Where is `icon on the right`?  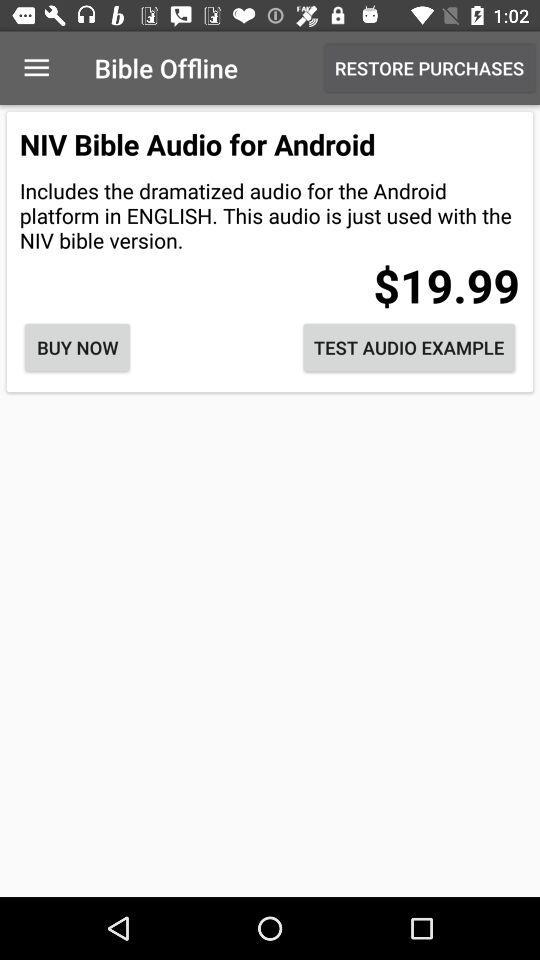 icon on the right is located at coordinates (408, 347).